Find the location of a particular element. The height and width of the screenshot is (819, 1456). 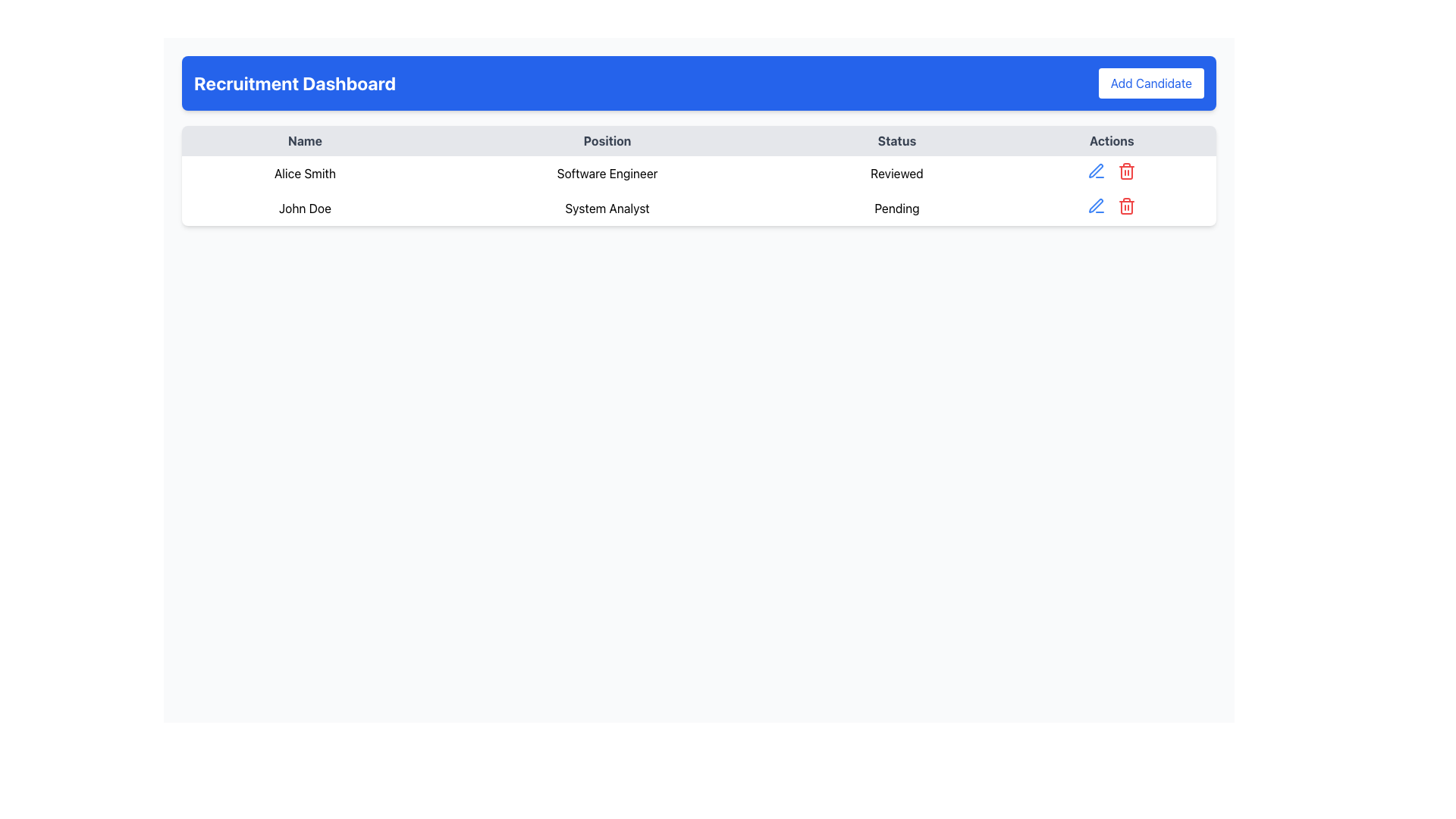

the 'Recruitment Dashboard' title text located in the blue header section of the interface, to the left of the 'Add Candidate' button is located at coordinates (294, 83).